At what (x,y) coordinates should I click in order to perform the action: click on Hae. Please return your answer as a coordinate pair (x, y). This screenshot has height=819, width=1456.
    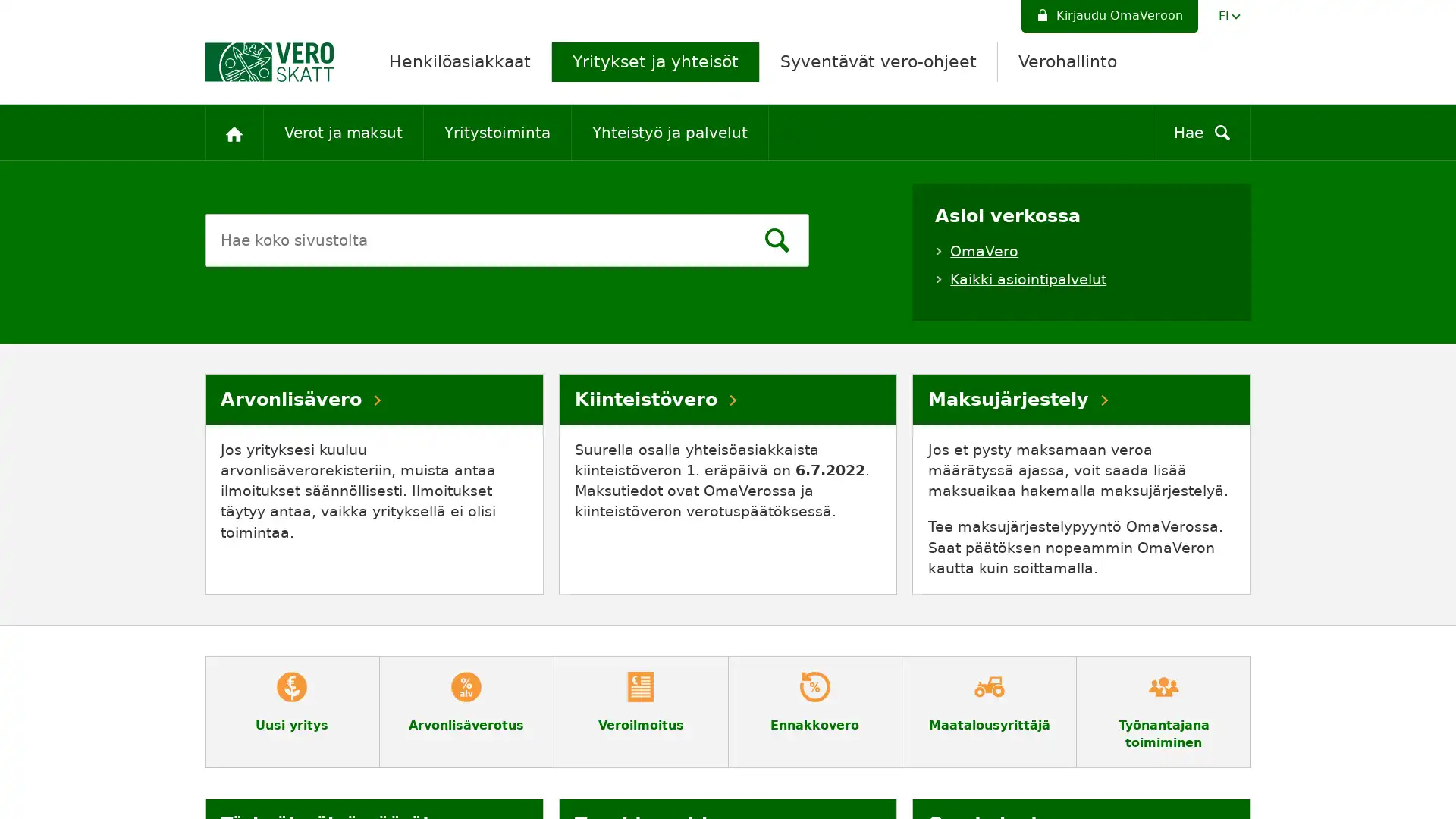
    Looking at the image, I should click on (776, 242).